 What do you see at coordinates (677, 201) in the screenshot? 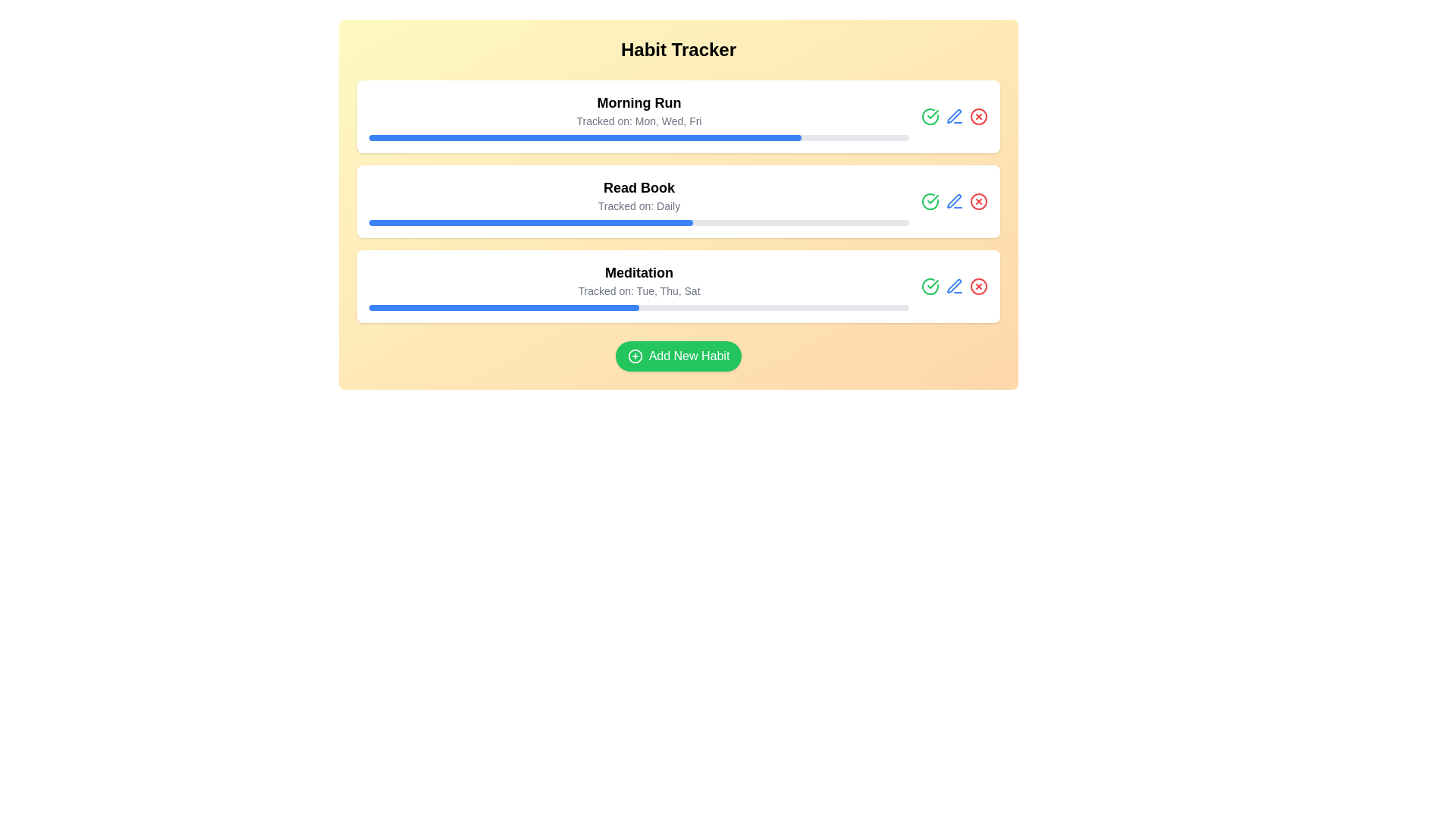
I see `the 'Read Book' text section in the habit tracker` at bounding box center [677, 201].